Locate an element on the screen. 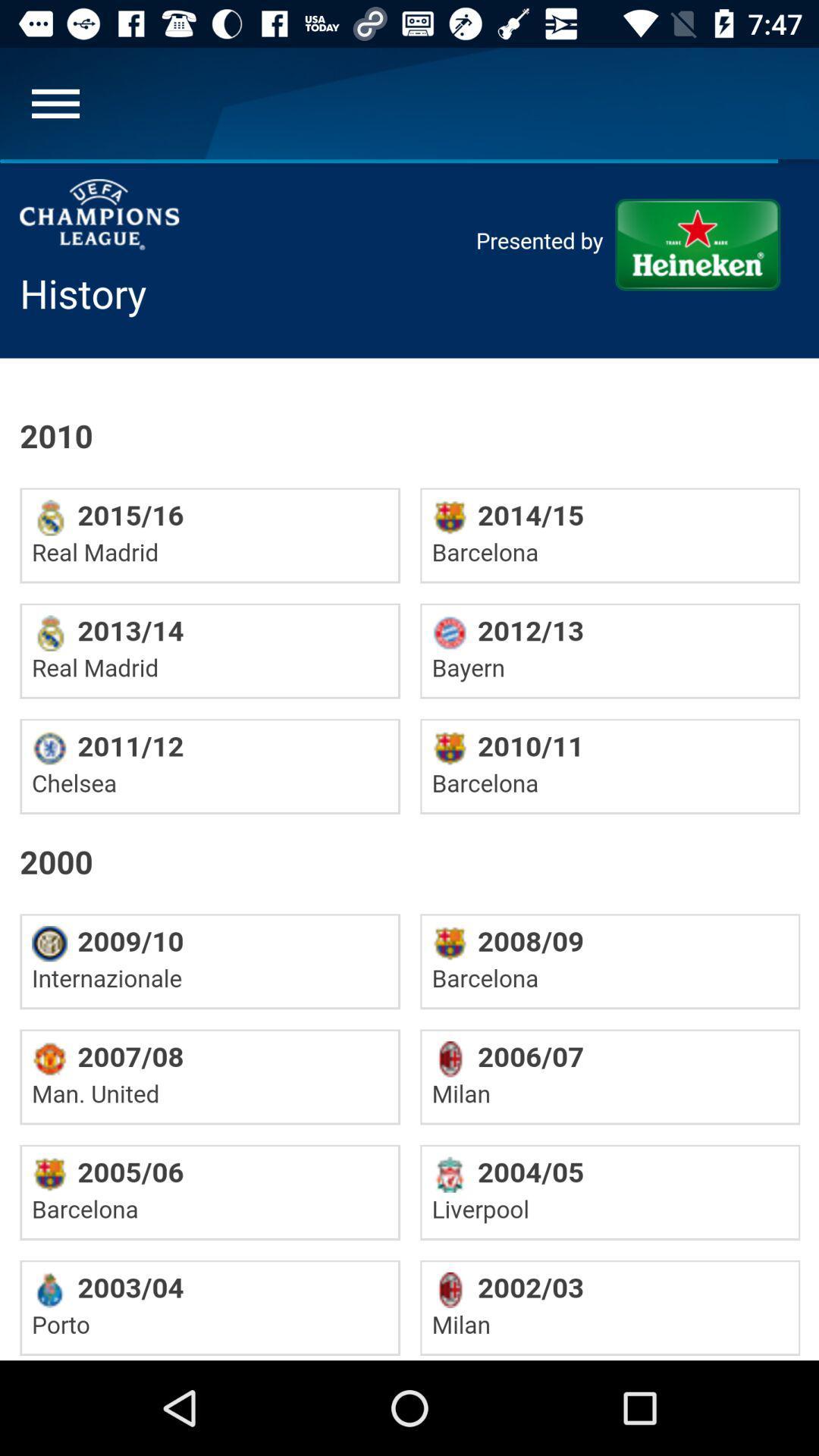 The height and width of the screenshot is (1456, 819). showing the latest vesion is located at coordinates (409, 760).